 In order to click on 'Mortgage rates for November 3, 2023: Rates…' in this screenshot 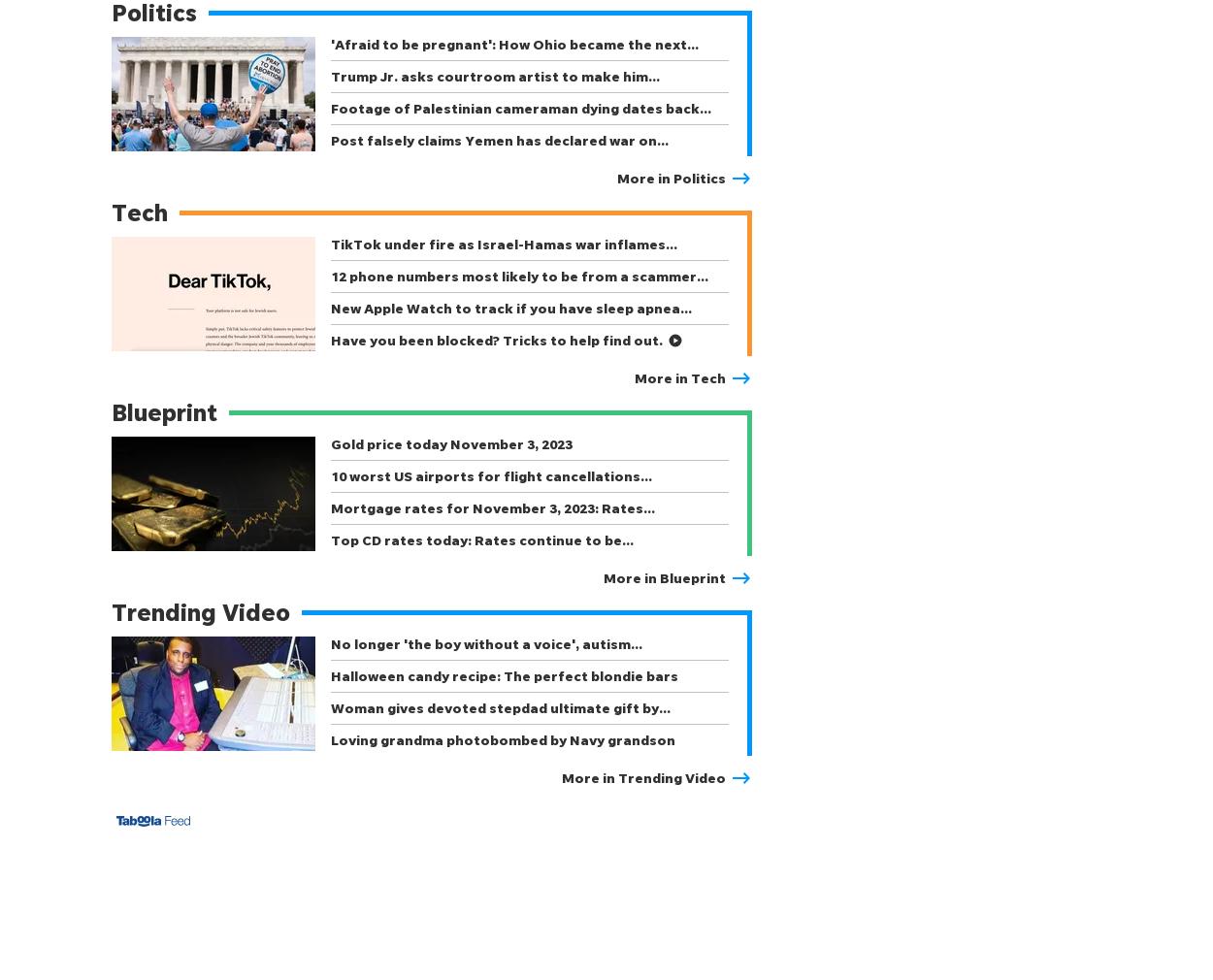, I will do `click(330, 506)`.